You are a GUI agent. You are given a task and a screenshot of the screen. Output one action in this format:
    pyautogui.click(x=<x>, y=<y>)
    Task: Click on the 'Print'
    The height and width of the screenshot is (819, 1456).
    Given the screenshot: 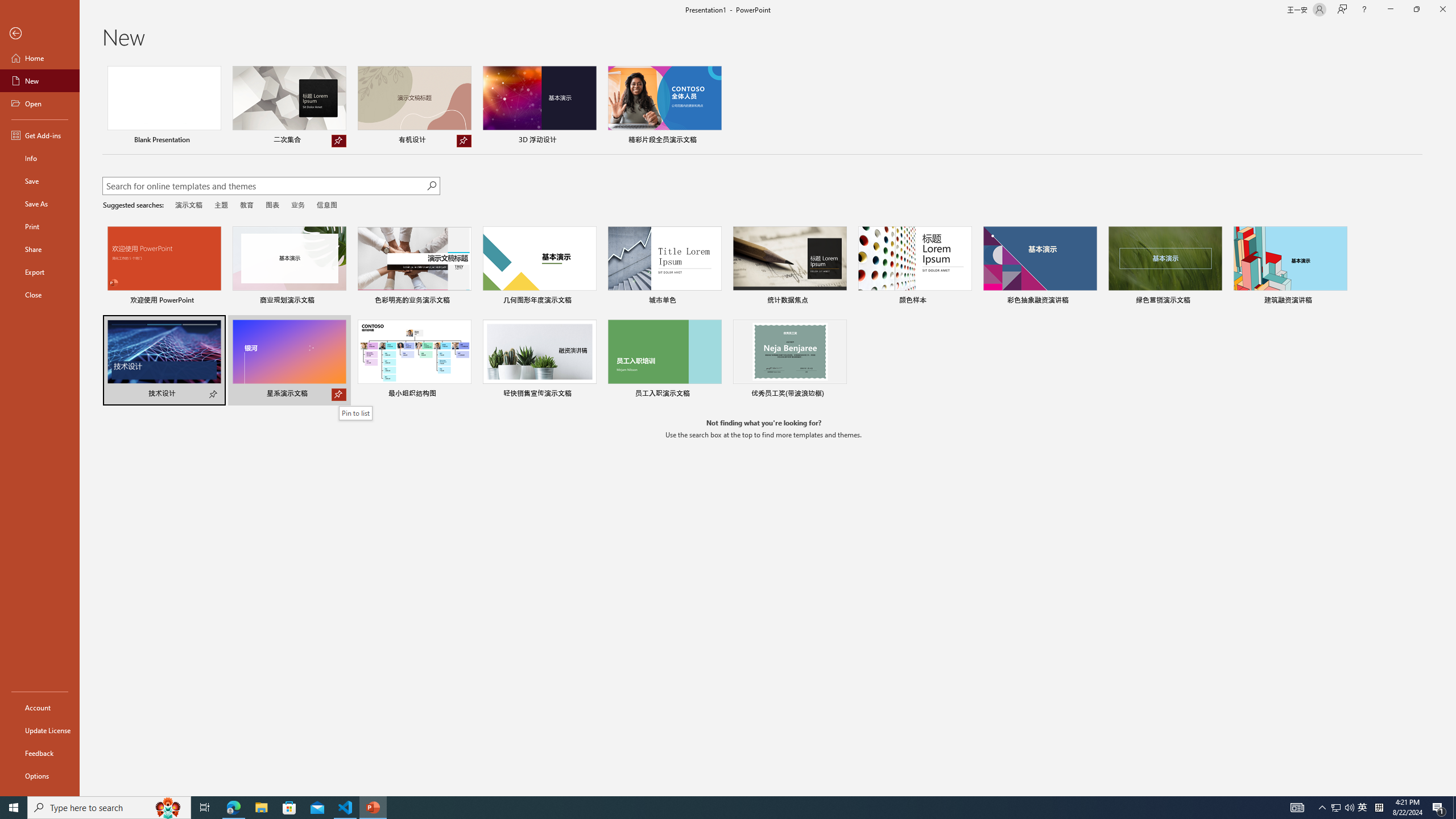 What is the action you would take?
    pyautogui.click(x=39, y=226)
    